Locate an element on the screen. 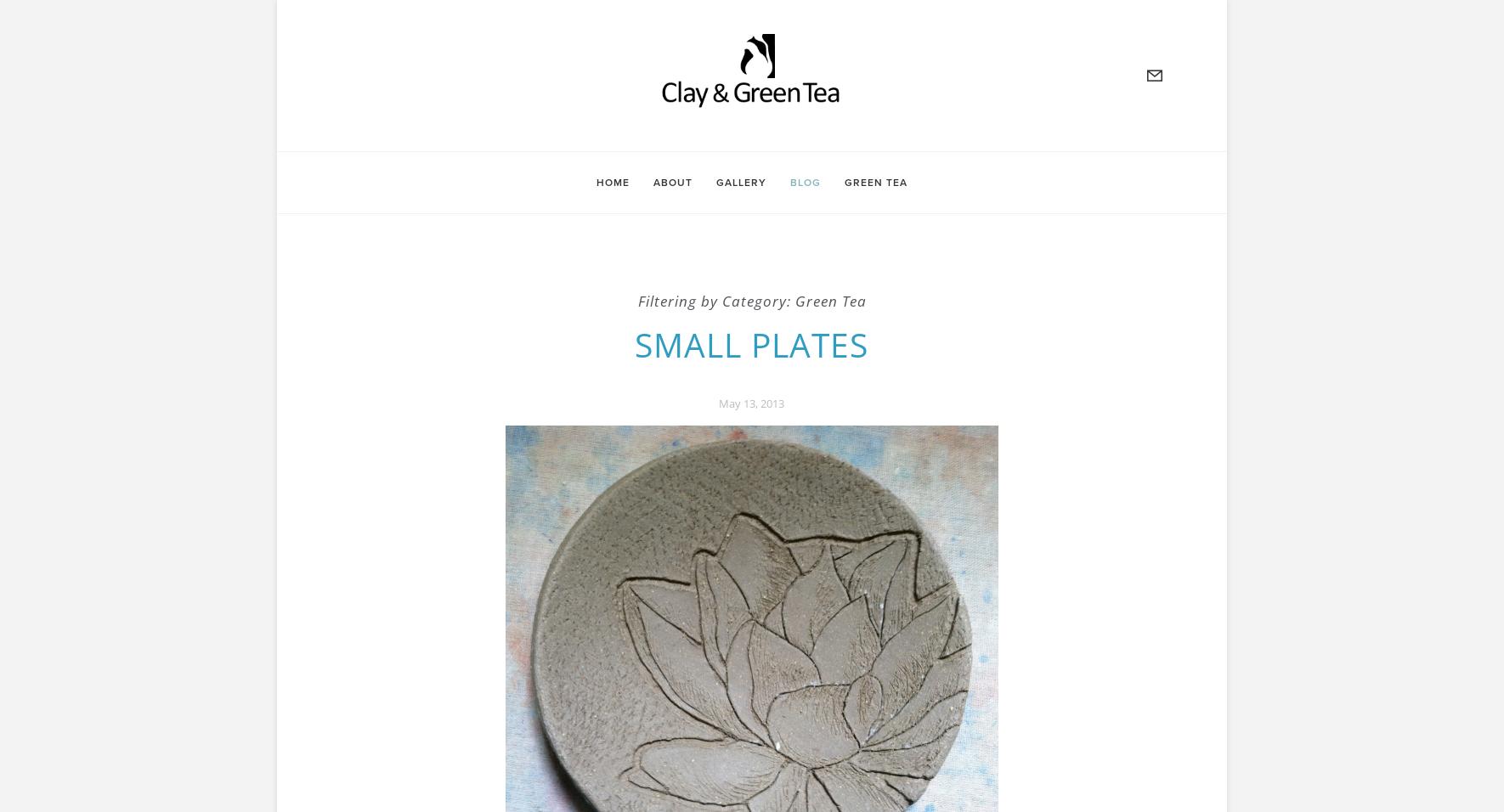 The height and width of the screenshot is (812, 1504). 'Contact Us' is located at coordinates (340, 175).